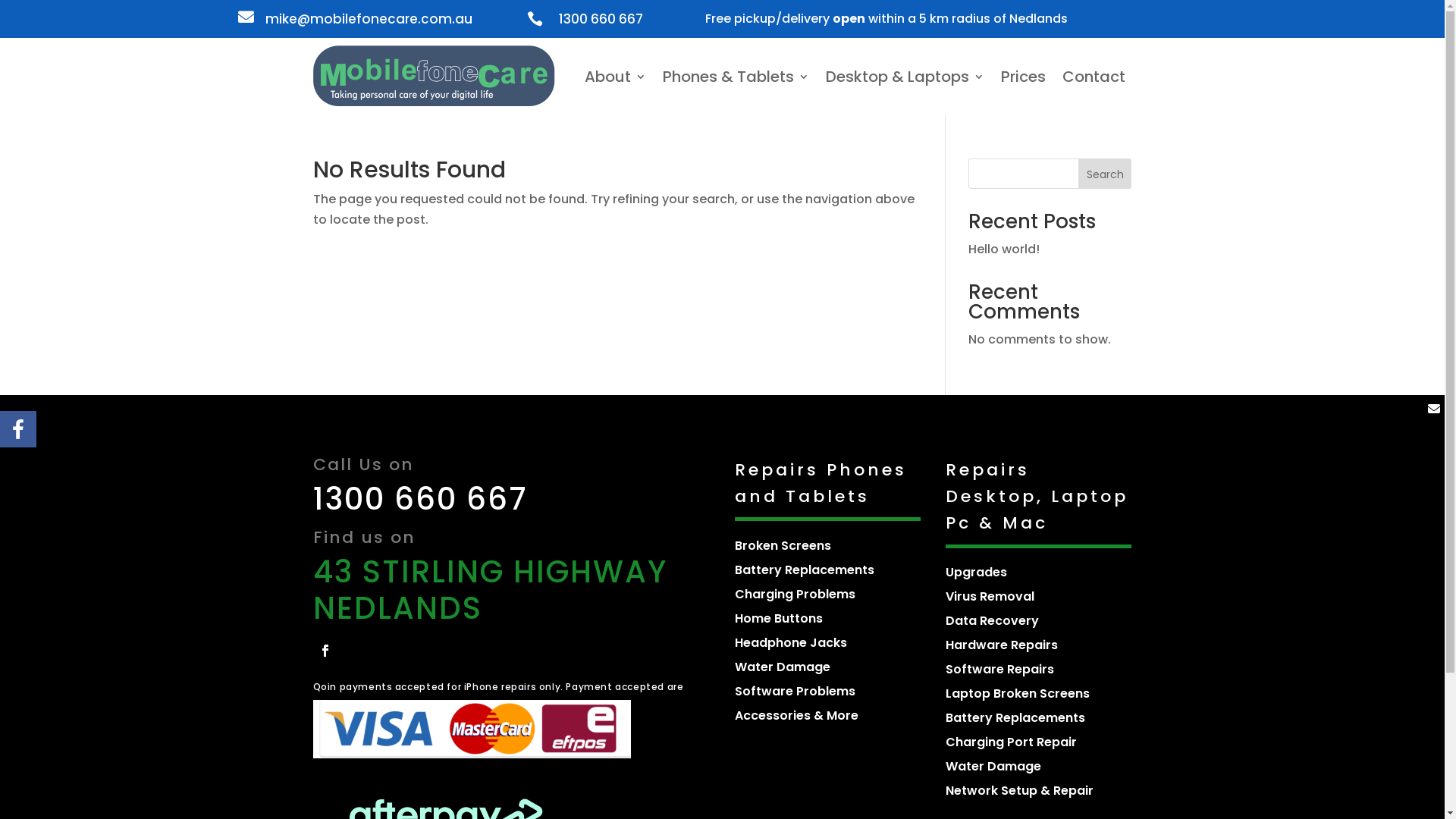 Image resolution: width=1456 pixels, height=819 pixels. I want to click on 'Upgrades', so click(976, 572).